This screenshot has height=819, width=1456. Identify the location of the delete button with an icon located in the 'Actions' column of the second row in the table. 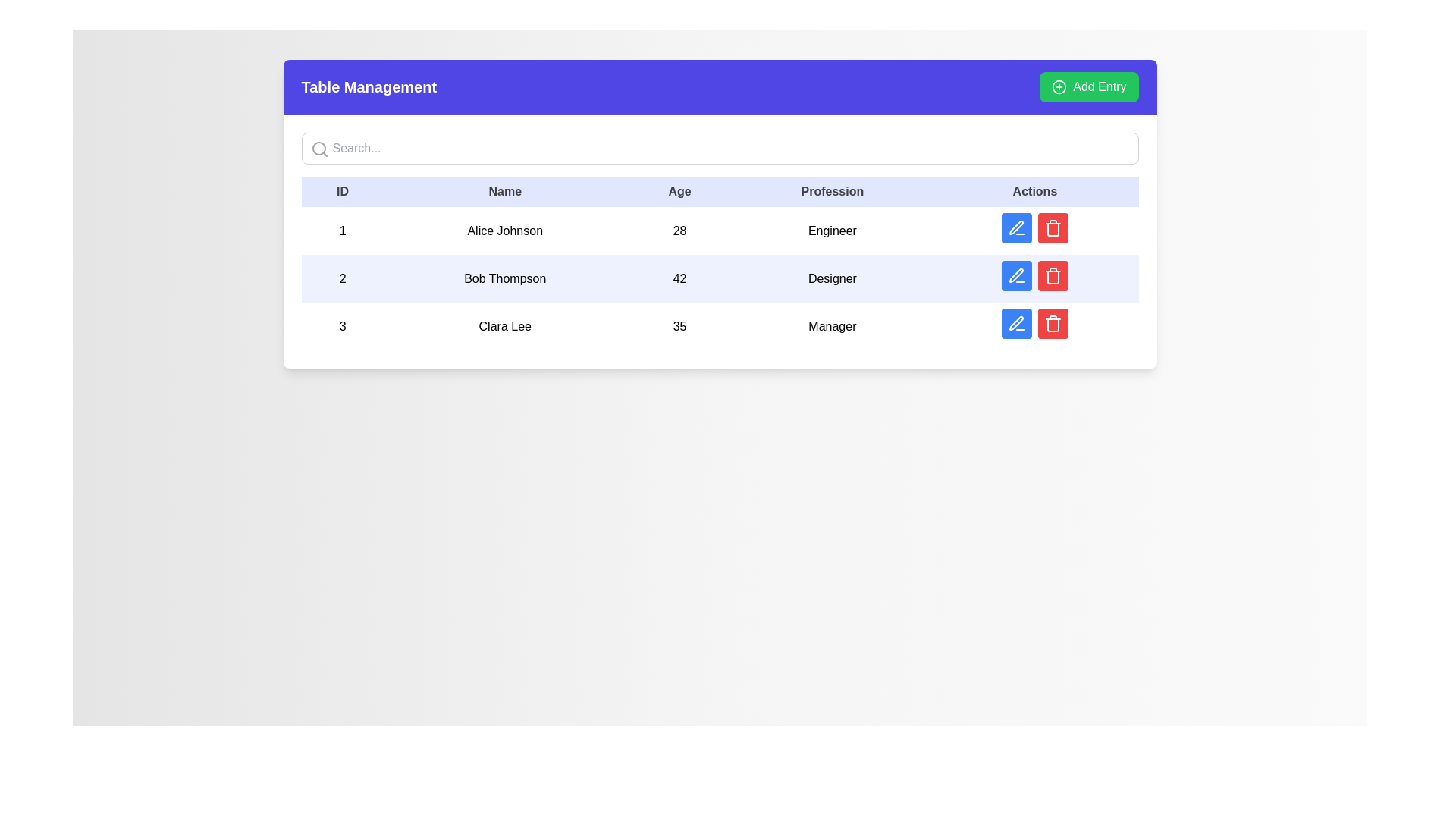
(1052, 227).